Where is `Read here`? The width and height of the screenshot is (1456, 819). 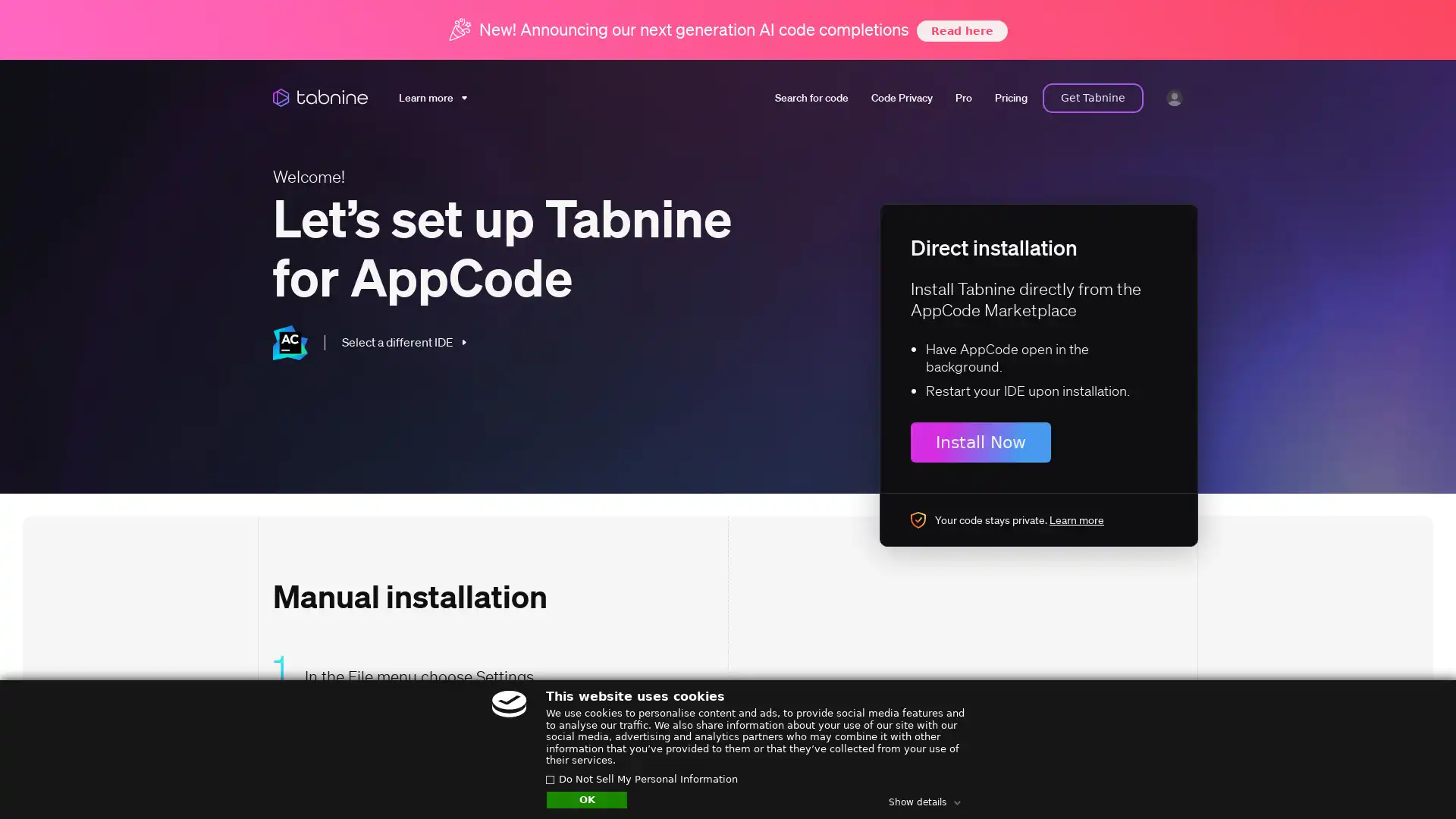
Read here is located at coordinates (960, 30).